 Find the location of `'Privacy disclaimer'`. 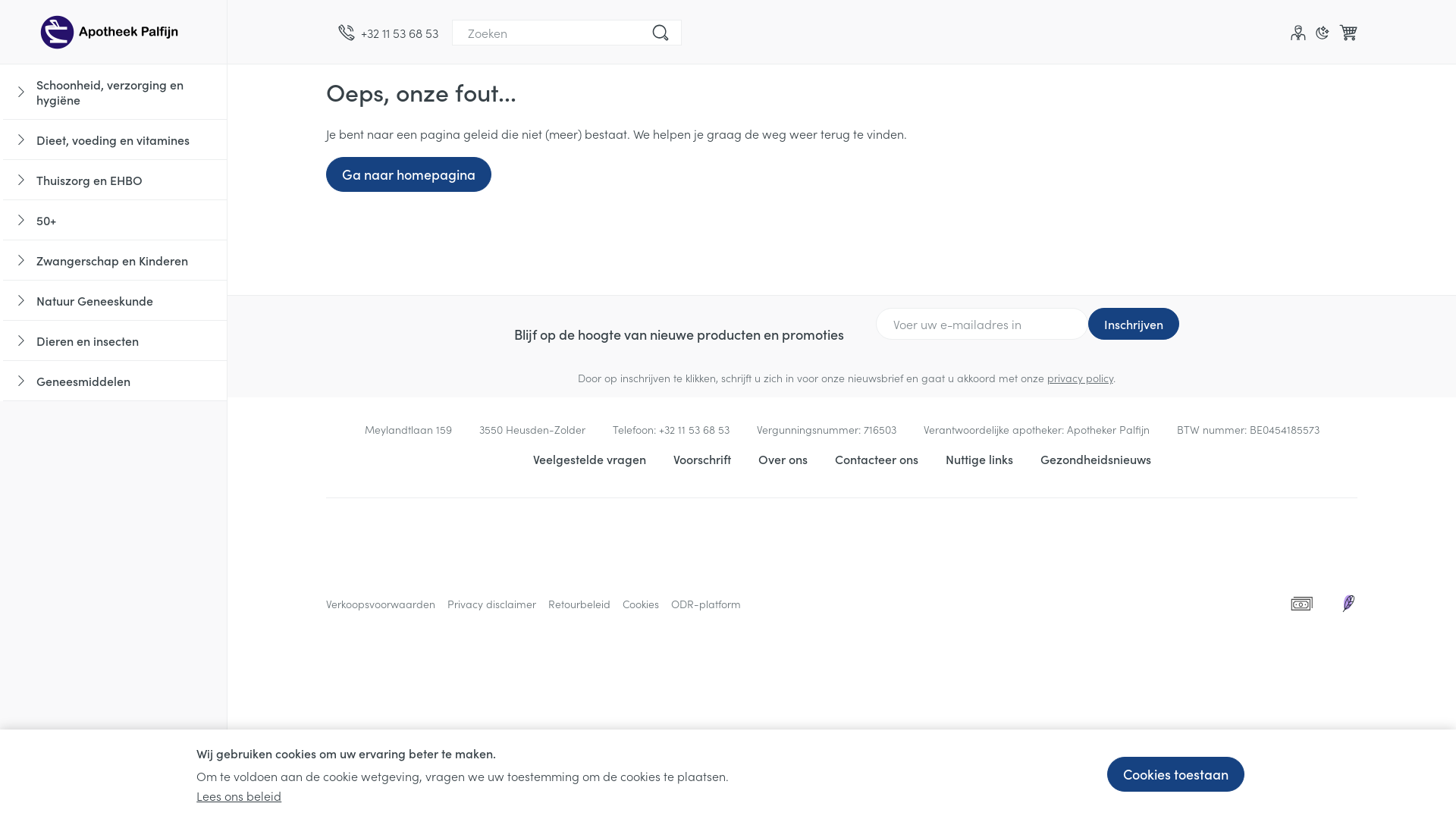

'Privacy disclaimer' is located at coordinates (491, 602).